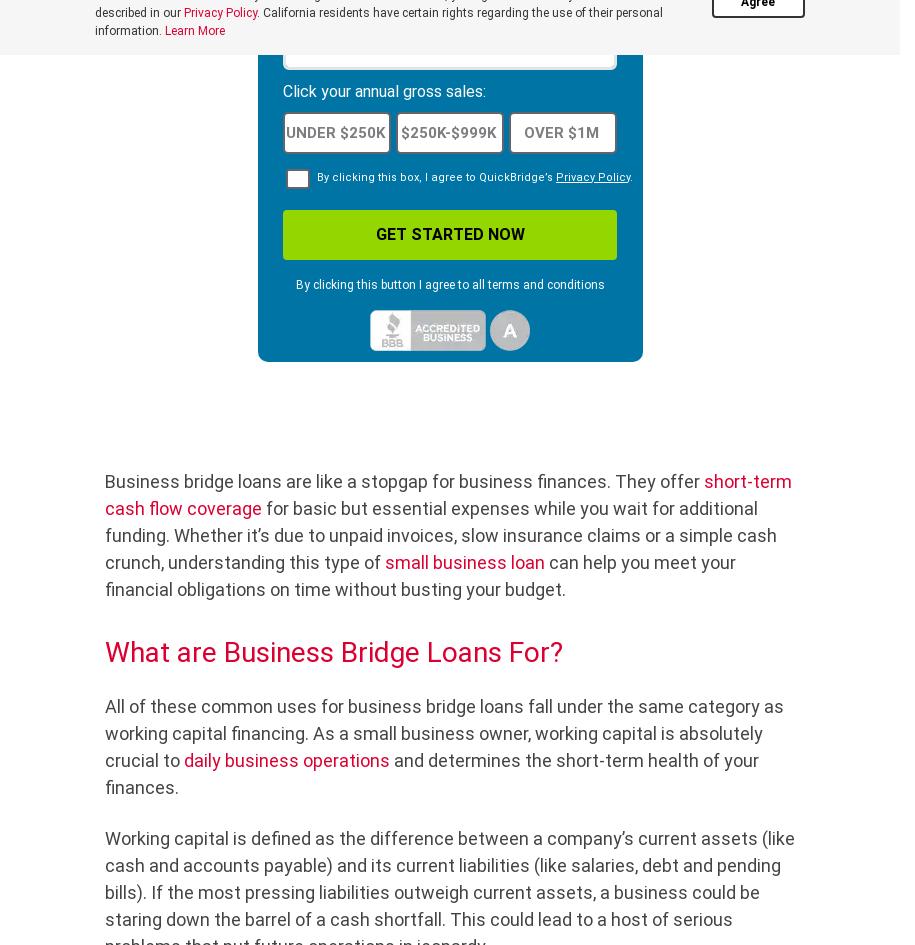 Image resolution: width=915 pixels, height=945 pixels. Describe the element at coordinates (336, 131) in the screenshot. I see `'Under $250k'` at that location.